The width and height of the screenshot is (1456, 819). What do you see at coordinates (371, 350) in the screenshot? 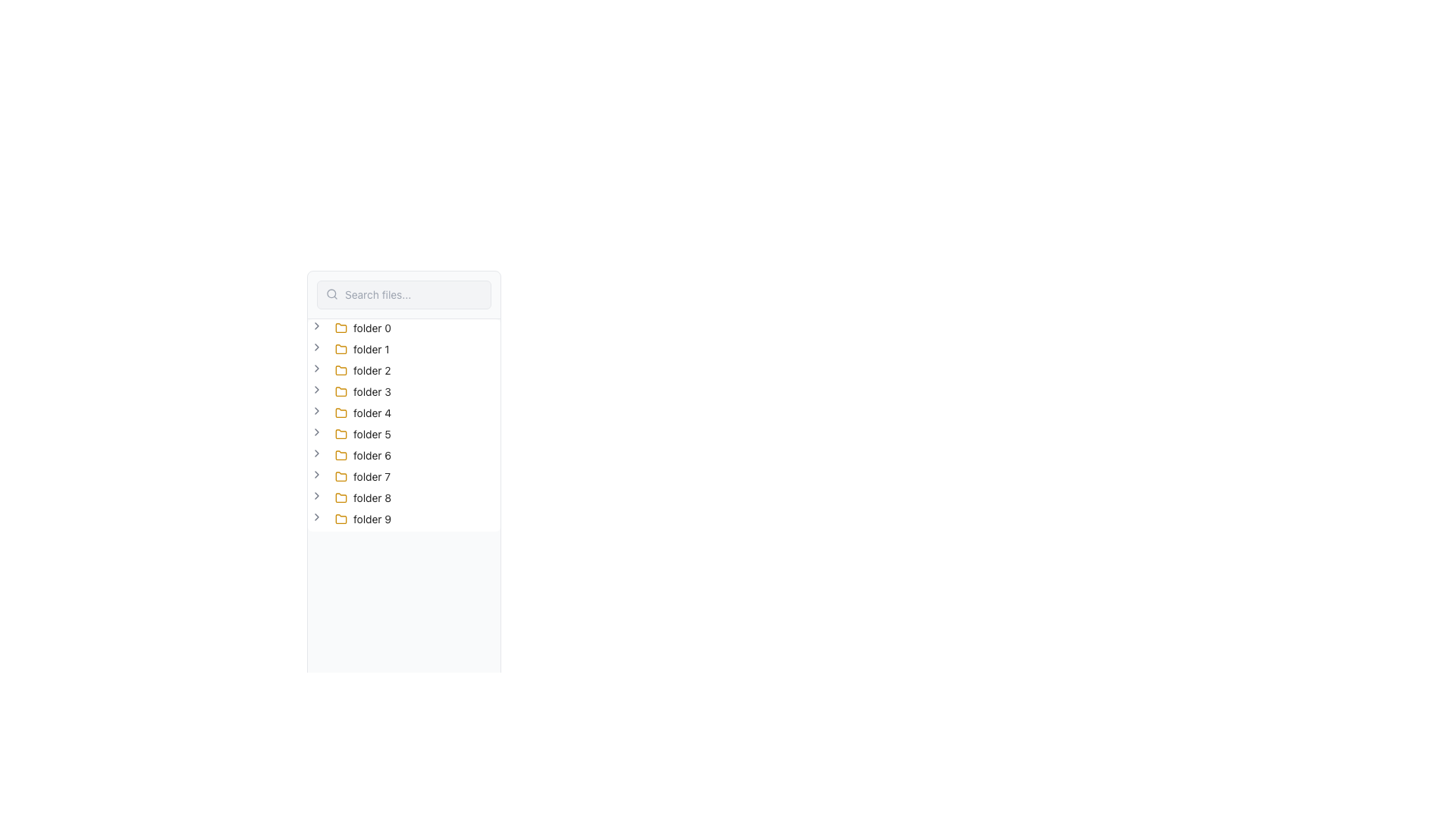
I see `the label displaying 'folder 1' which is located` at bounding box center [371, 350].